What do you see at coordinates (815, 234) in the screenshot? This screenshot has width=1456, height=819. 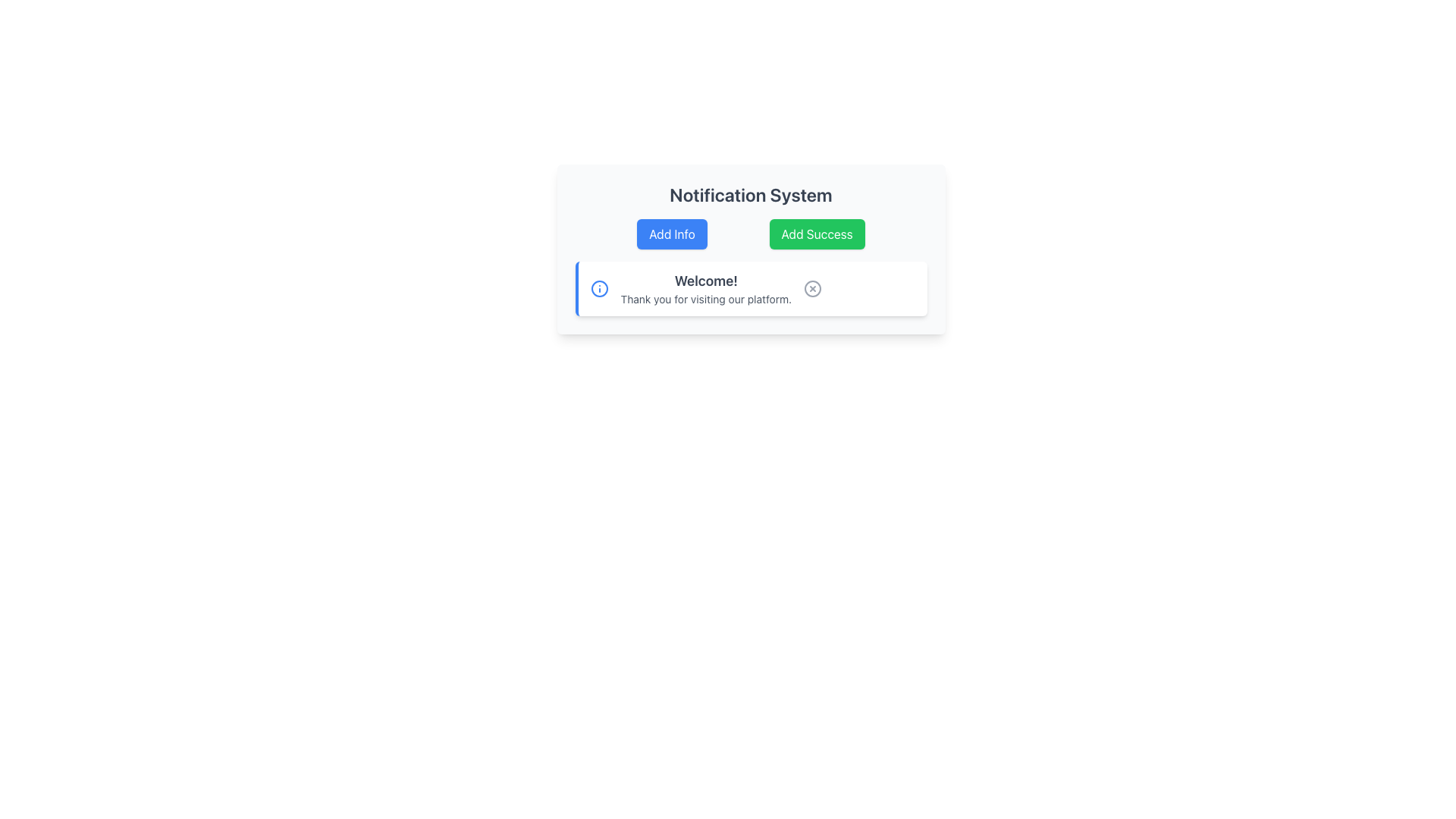 I see `the success notification button located in the middle-right section of the panel, which is the second button to the right of the 'Add Info' button` at bounding box center [815, 234].